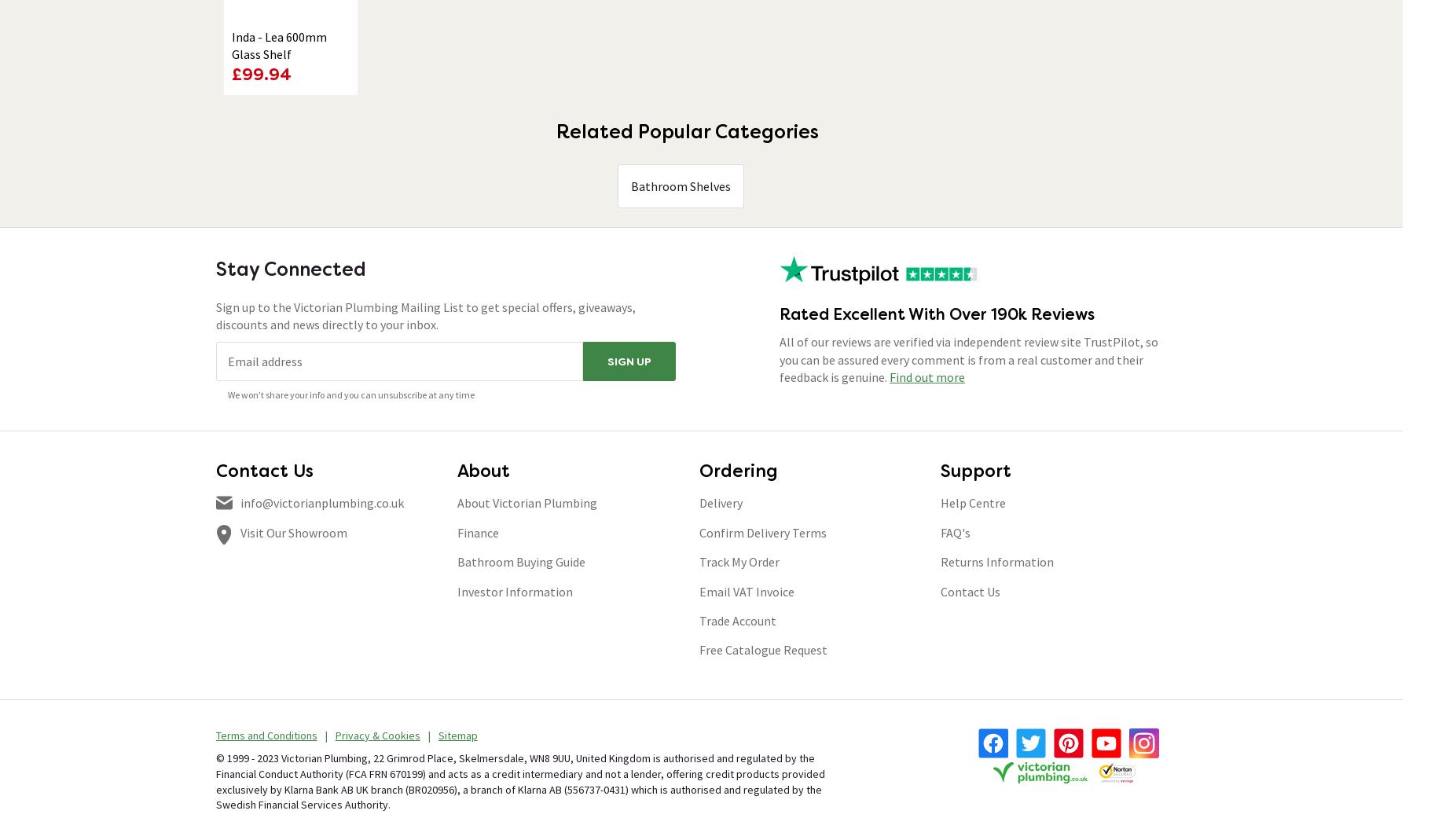 This screenshot has width=1431, height=840. I want to click on 'About Victorian Plumbing', so click(527, 503).